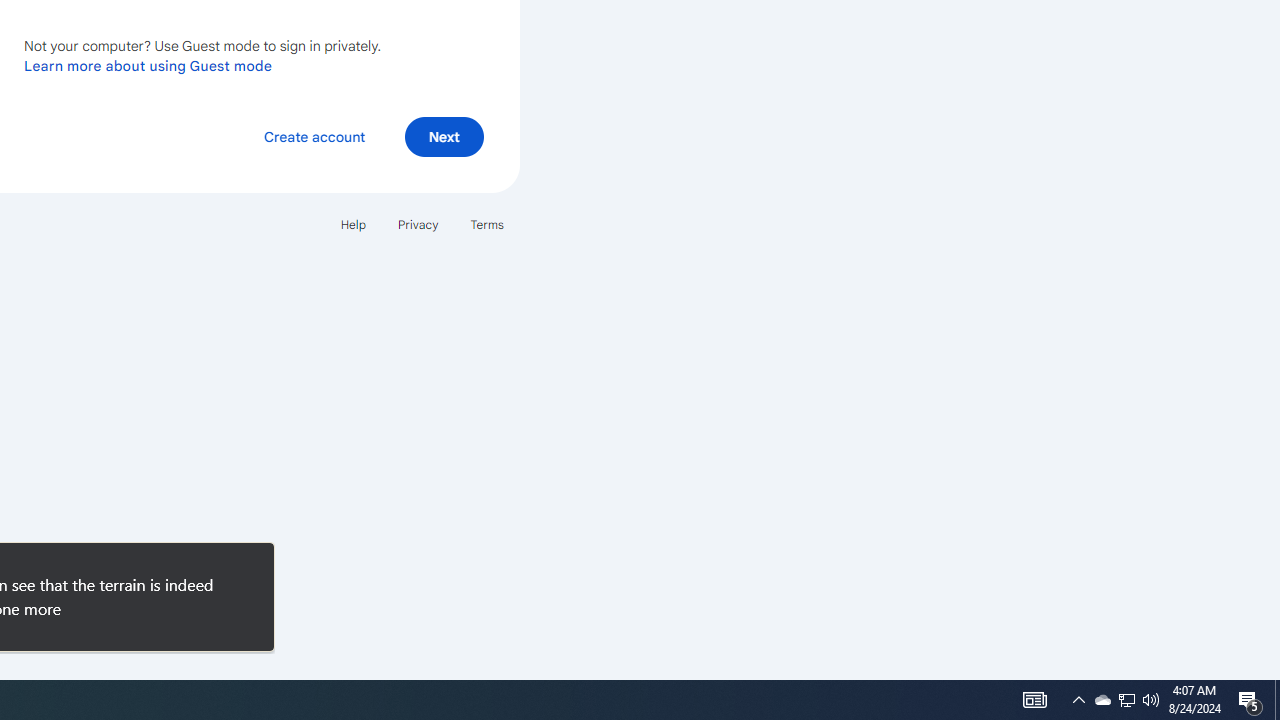  Describe the element at coordinates (443, 135) in the screenshot. I see `'Next'` at that location.